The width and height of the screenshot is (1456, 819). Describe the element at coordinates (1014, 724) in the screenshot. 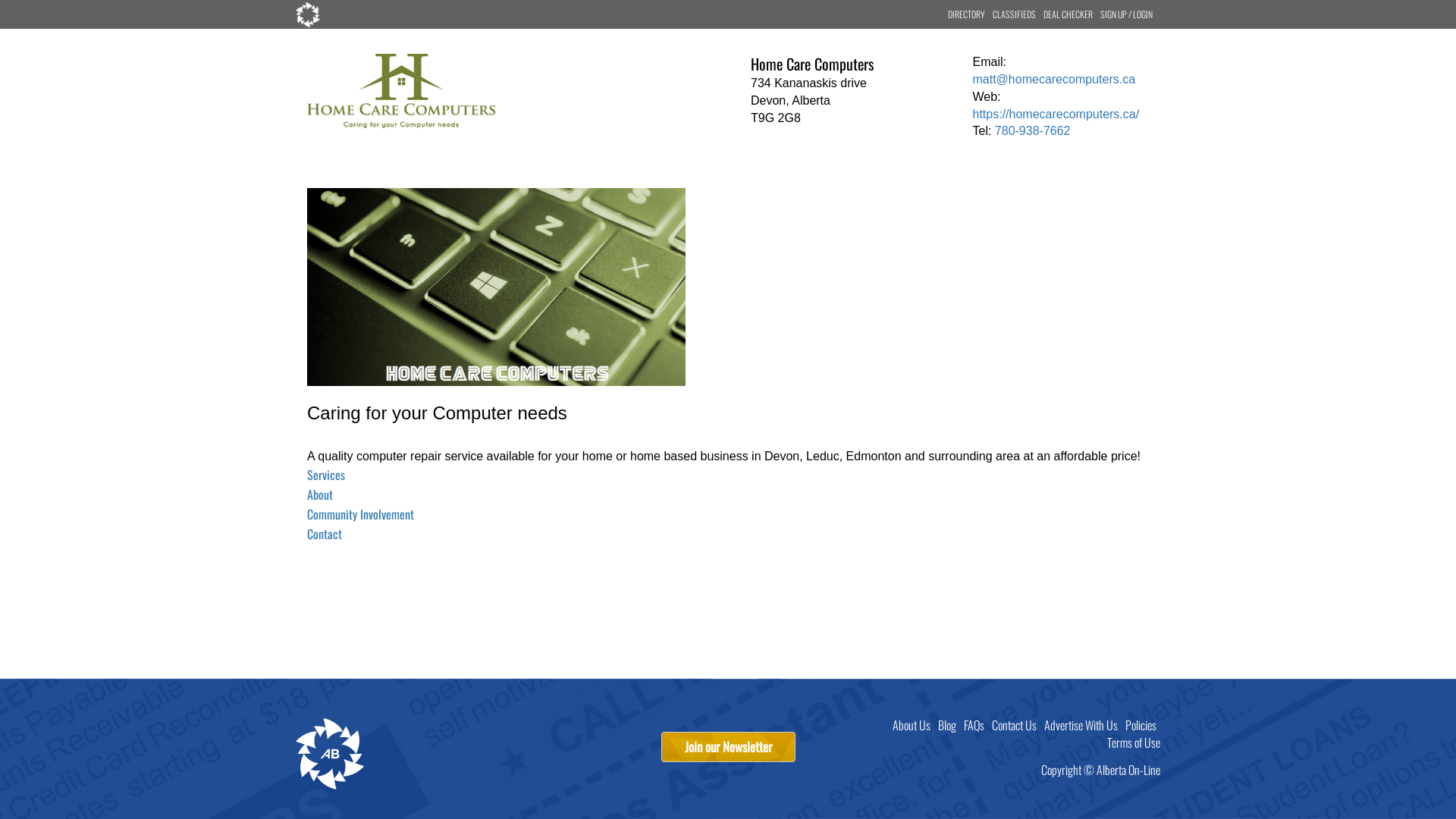

I see `'Contact Us'` at that location.